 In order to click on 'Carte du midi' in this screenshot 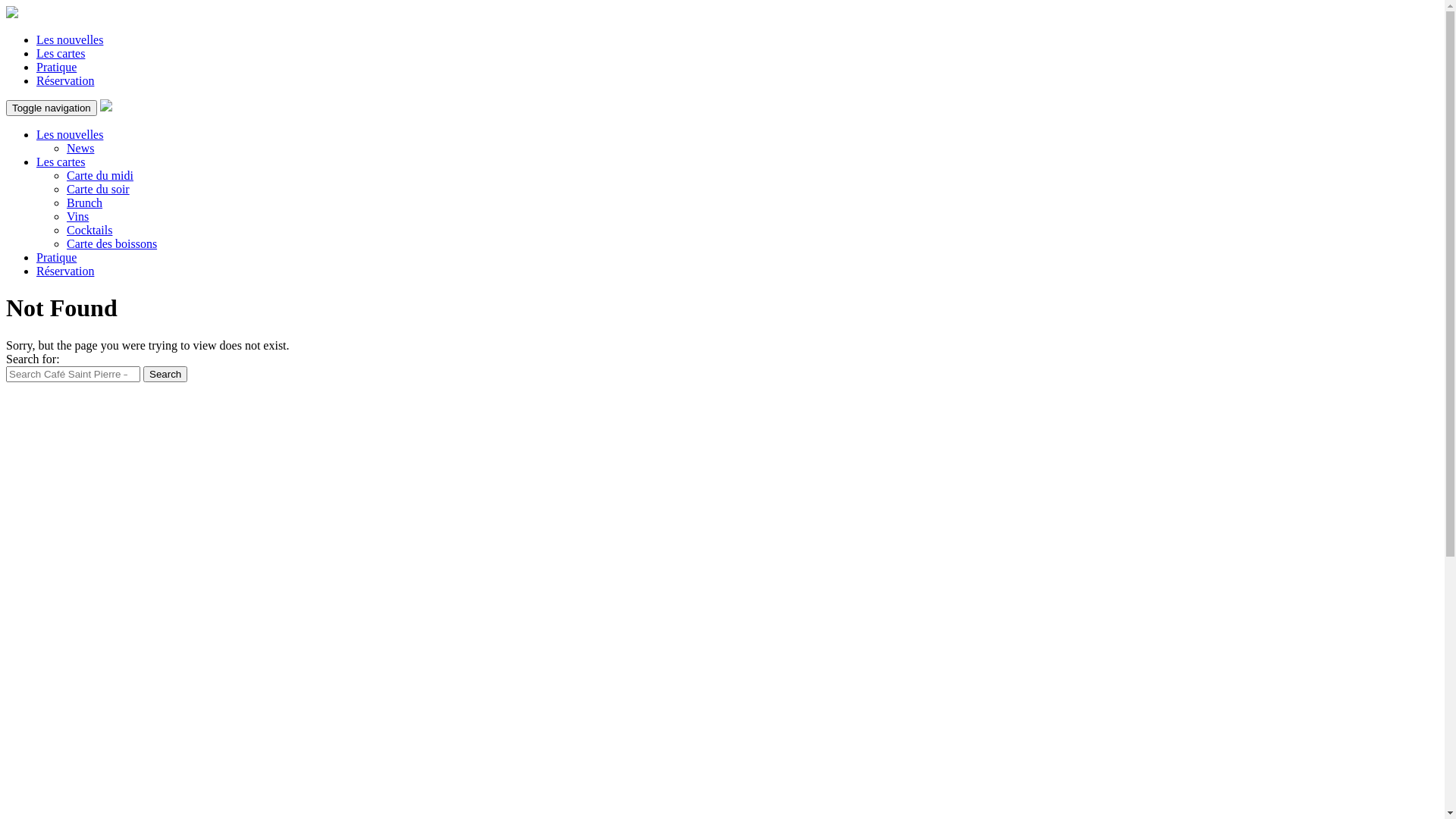, I will do `click(99, 174)`.